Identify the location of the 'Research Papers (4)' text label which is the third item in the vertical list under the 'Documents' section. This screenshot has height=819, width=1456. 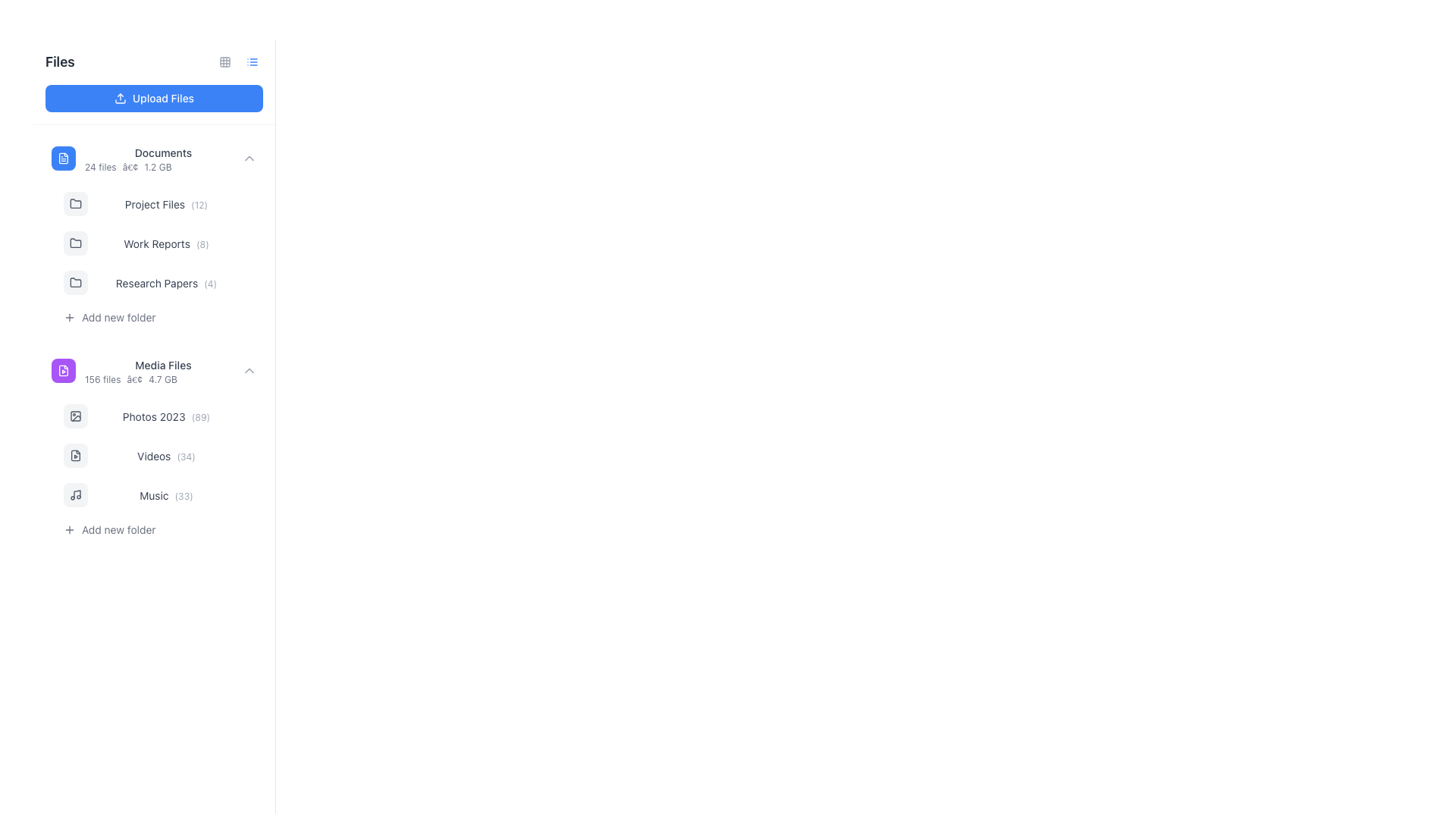
(166, 283).